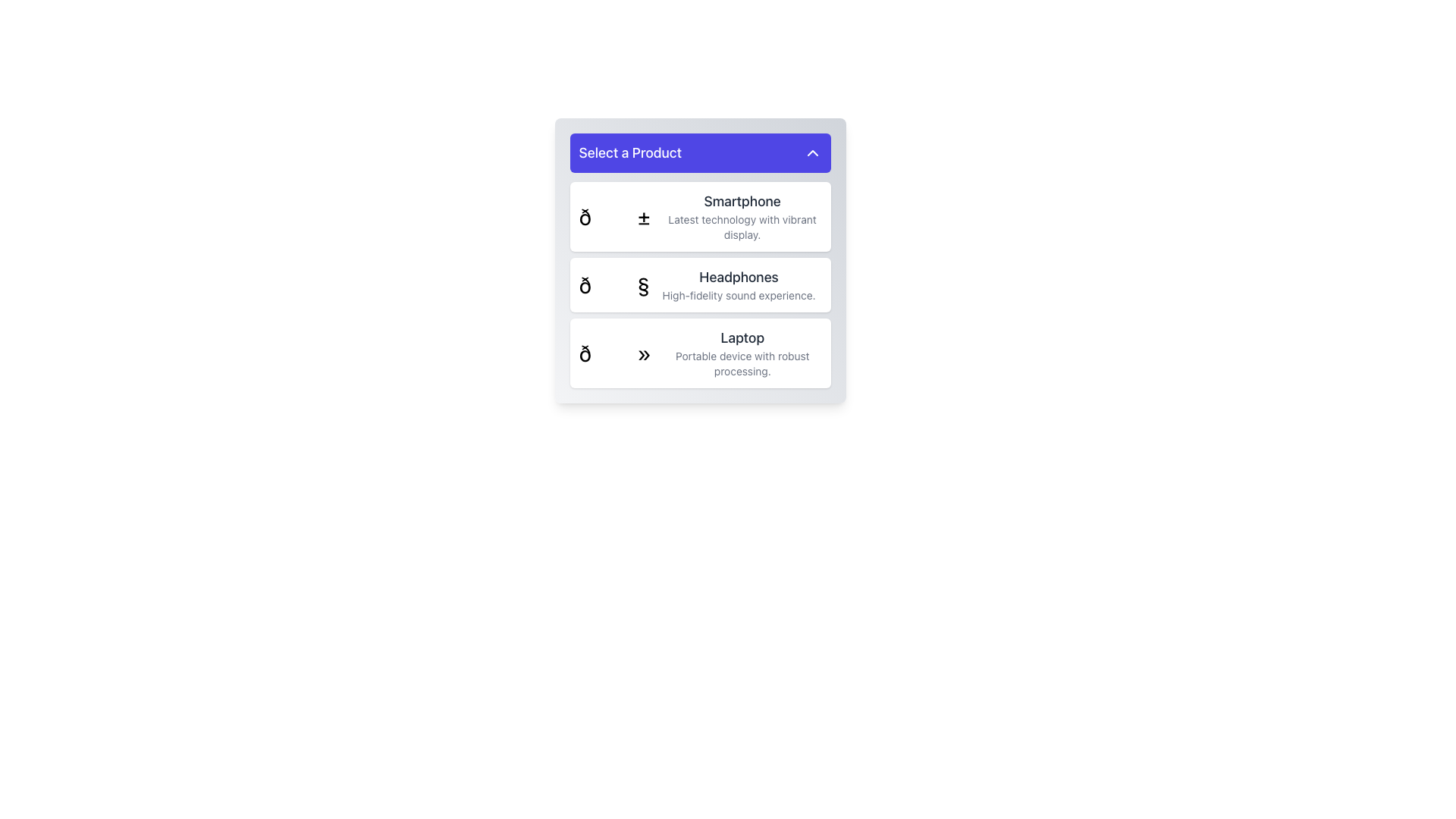  Describe the element at coordinates (699, 216) in the screenshot. I see `the first item in the product selection list for 'Smartphone', located below the 'Select a Product' header` at that location.